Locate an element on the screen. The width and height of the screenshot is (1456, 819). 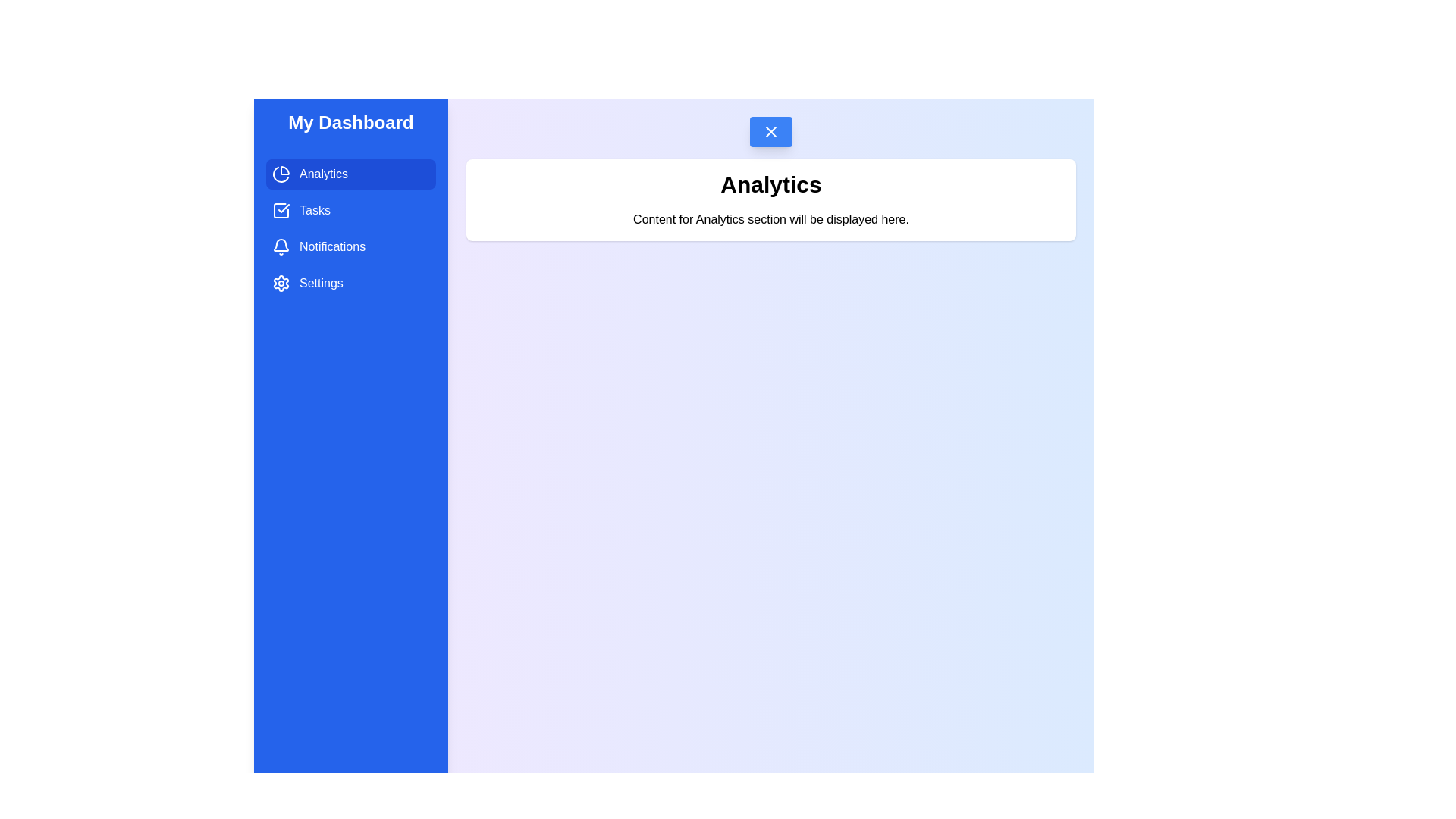
the Tasks tab from the drawer menu is located at coordinates (350, 210).